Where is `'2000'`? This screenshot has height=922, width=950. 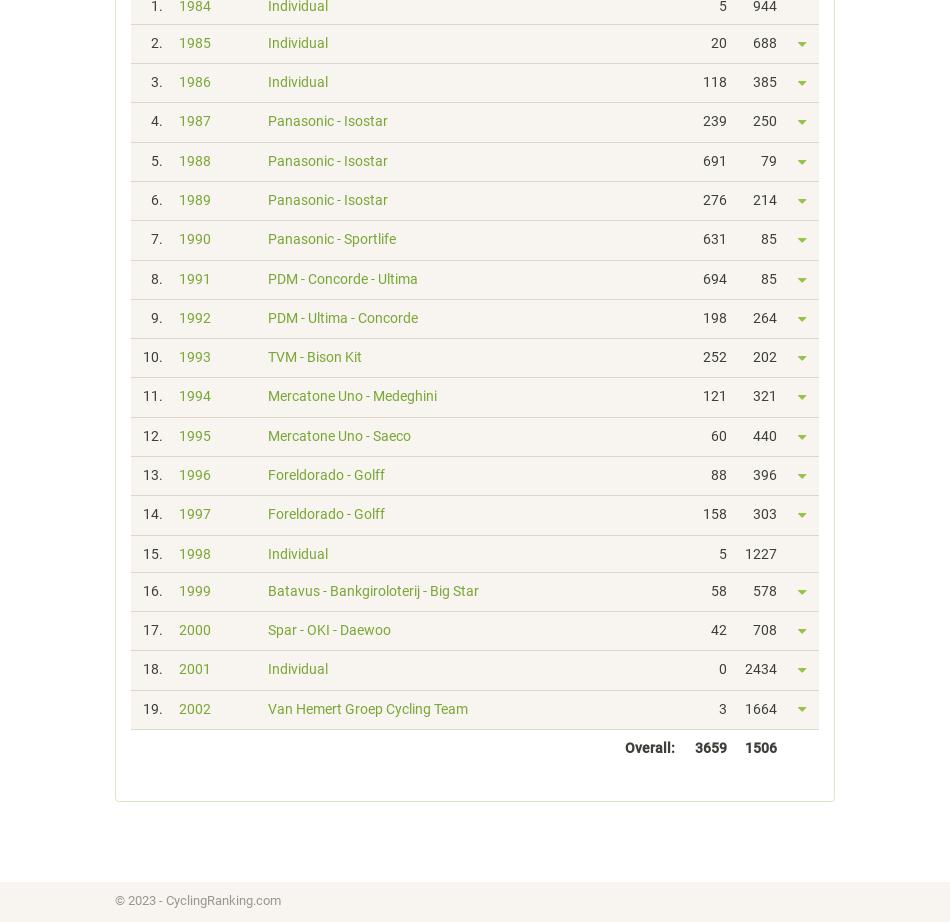
'2000' is located at coordinates (178, 628).